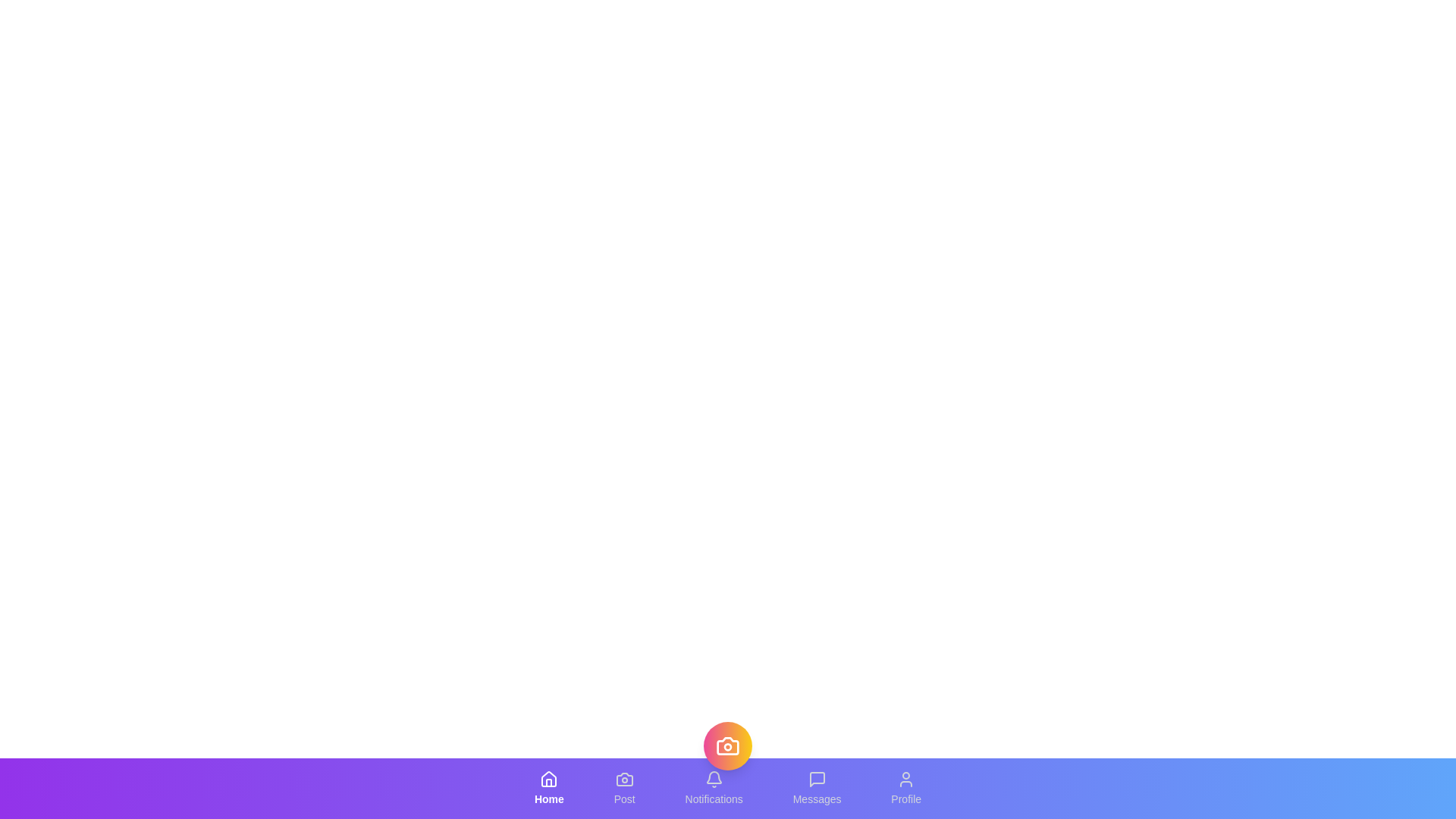 This screenshot has height=819, width=1456. What do you see at coordinates (728, 745) in the screenshot?
I see `central floating button in the bottom navigation bar` at bounding box center [728, 745].